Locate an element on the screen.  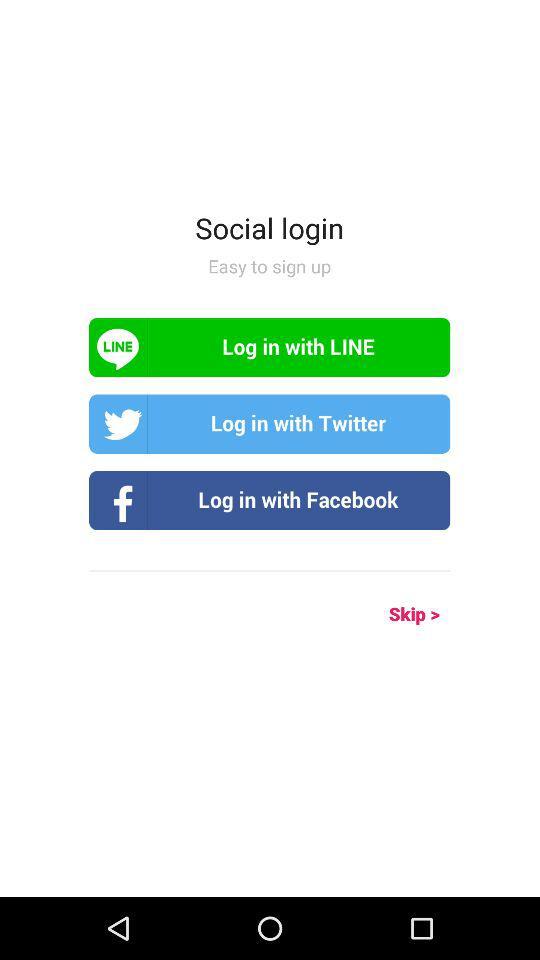
log in button is located at coordinates (269, 347).